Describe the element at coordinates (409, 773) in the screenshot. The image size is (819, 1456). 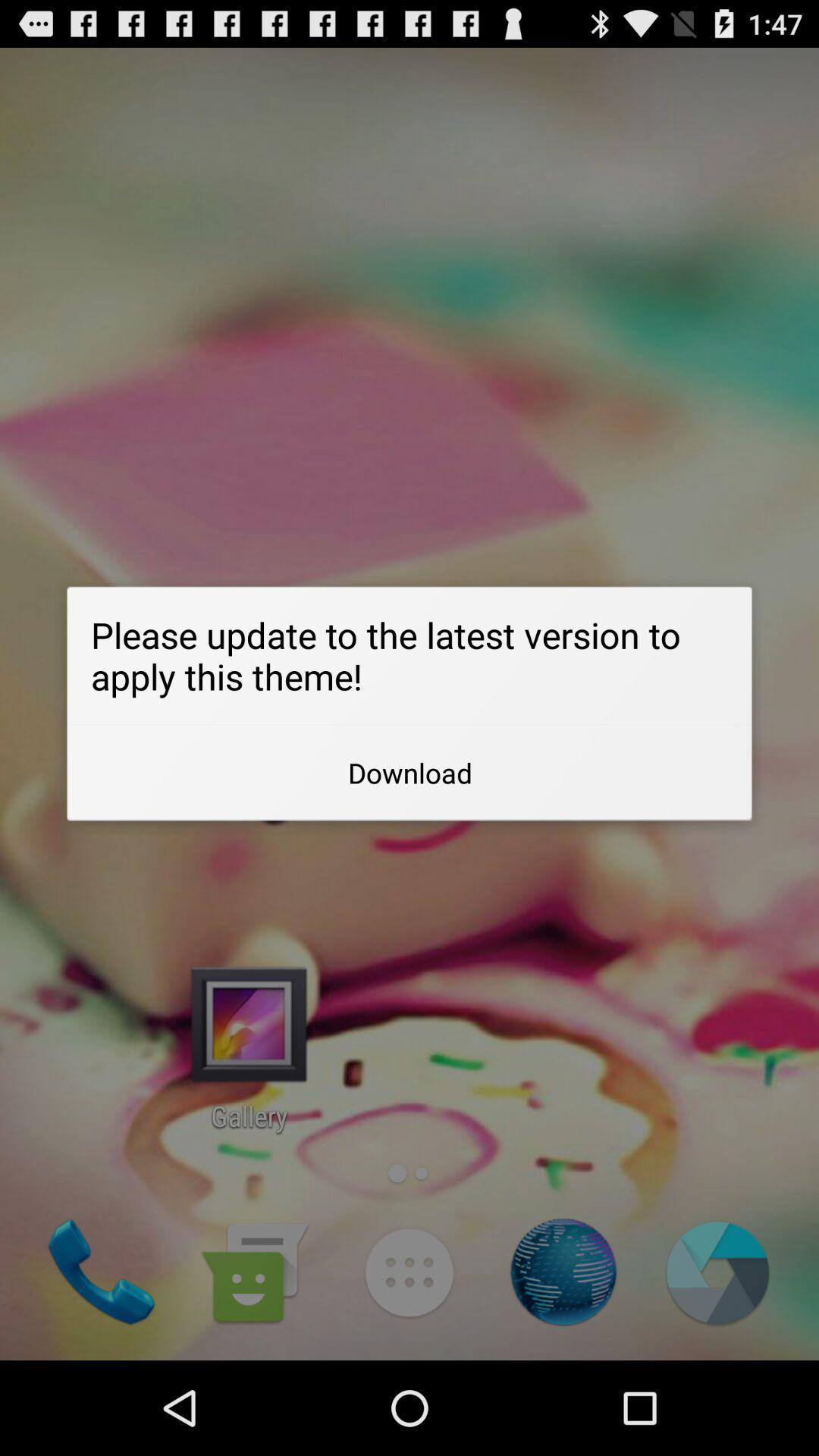
I see `app below please update to app` at that location.